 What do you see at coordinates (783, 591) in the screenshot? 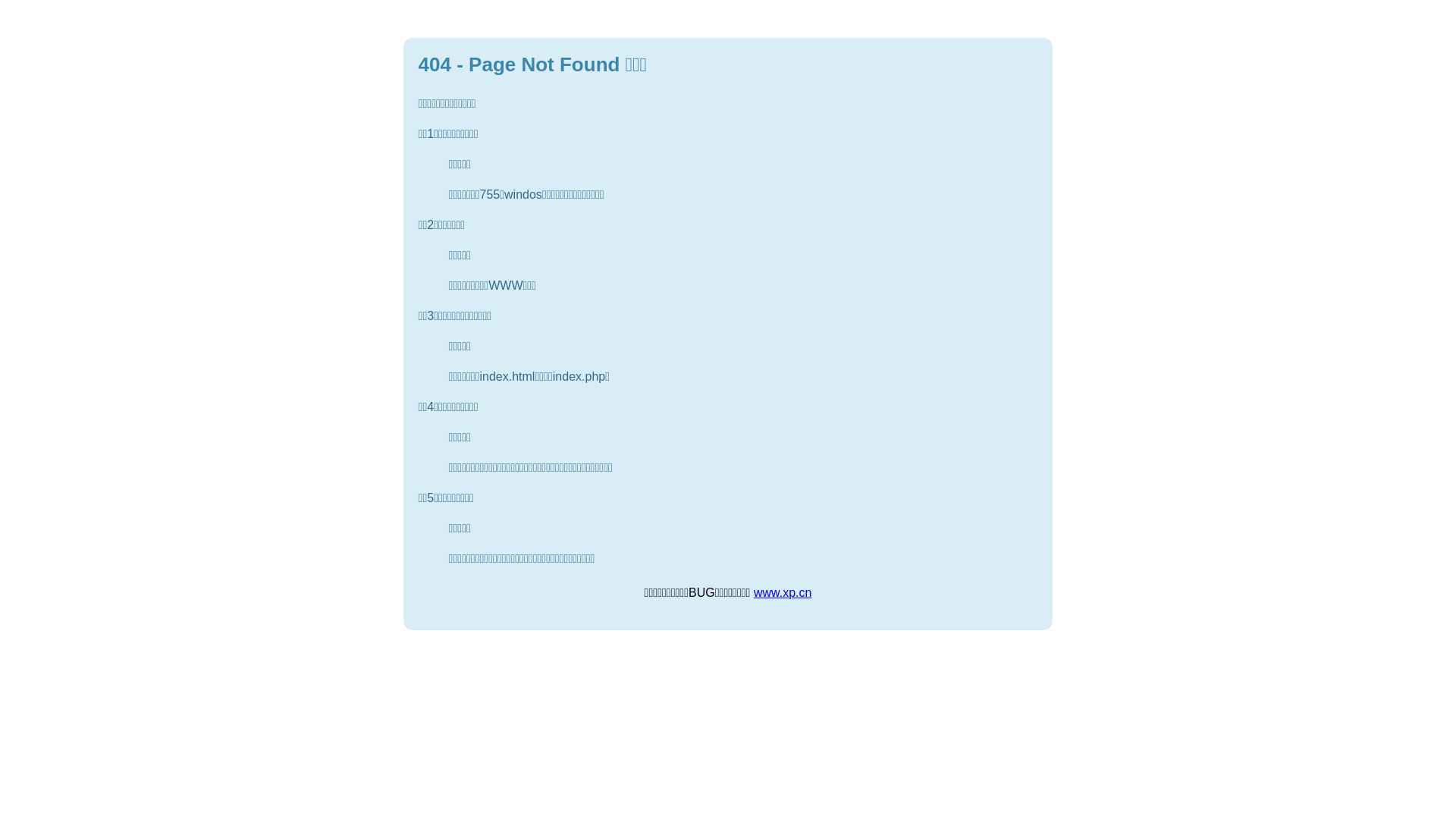
I see `'www.xp.cn'` at bounding box center [783, 591].